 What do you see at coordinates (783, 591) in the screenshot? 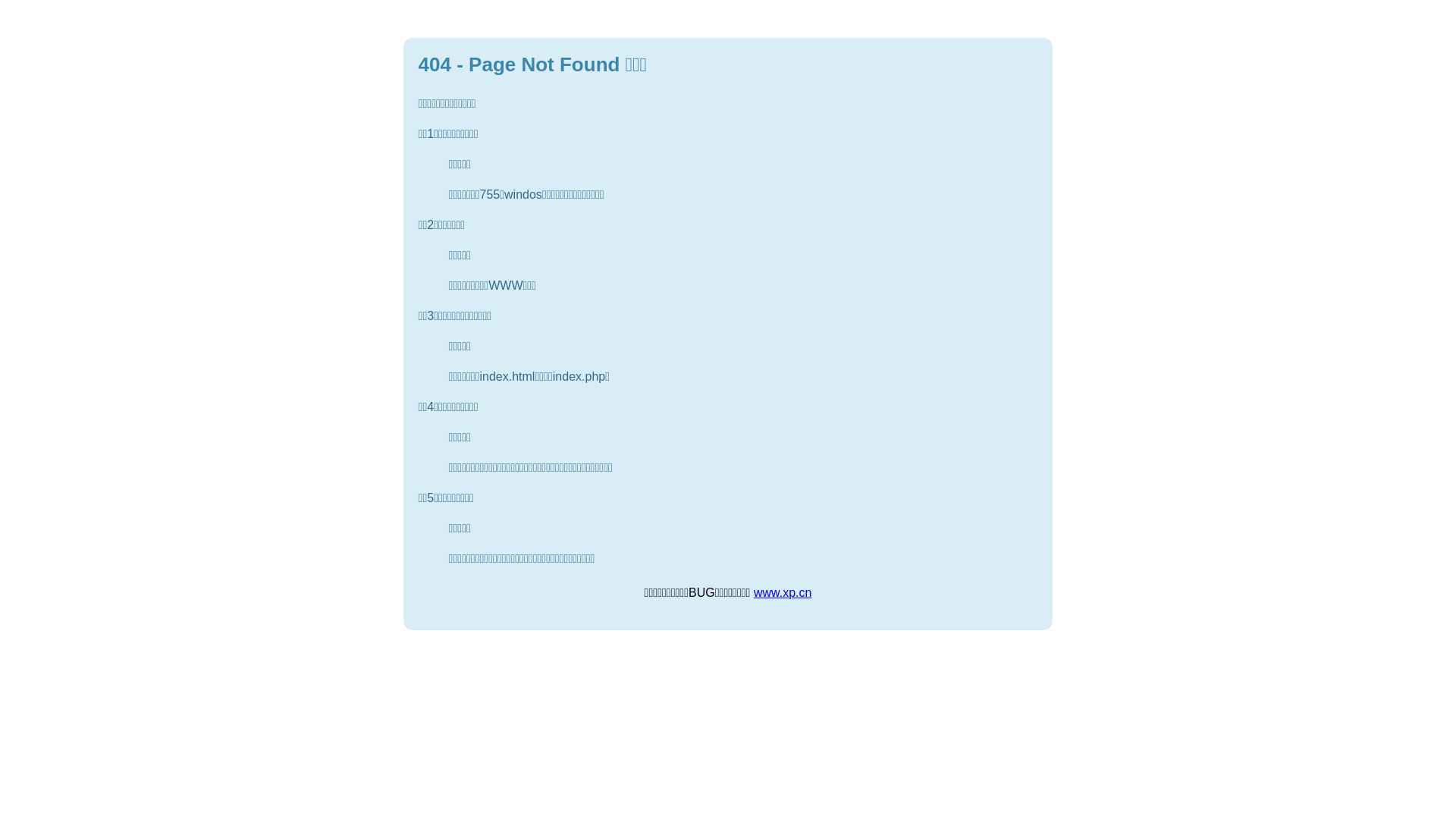
I see `'www.xp.cn'` at bounding box center [783, 591].